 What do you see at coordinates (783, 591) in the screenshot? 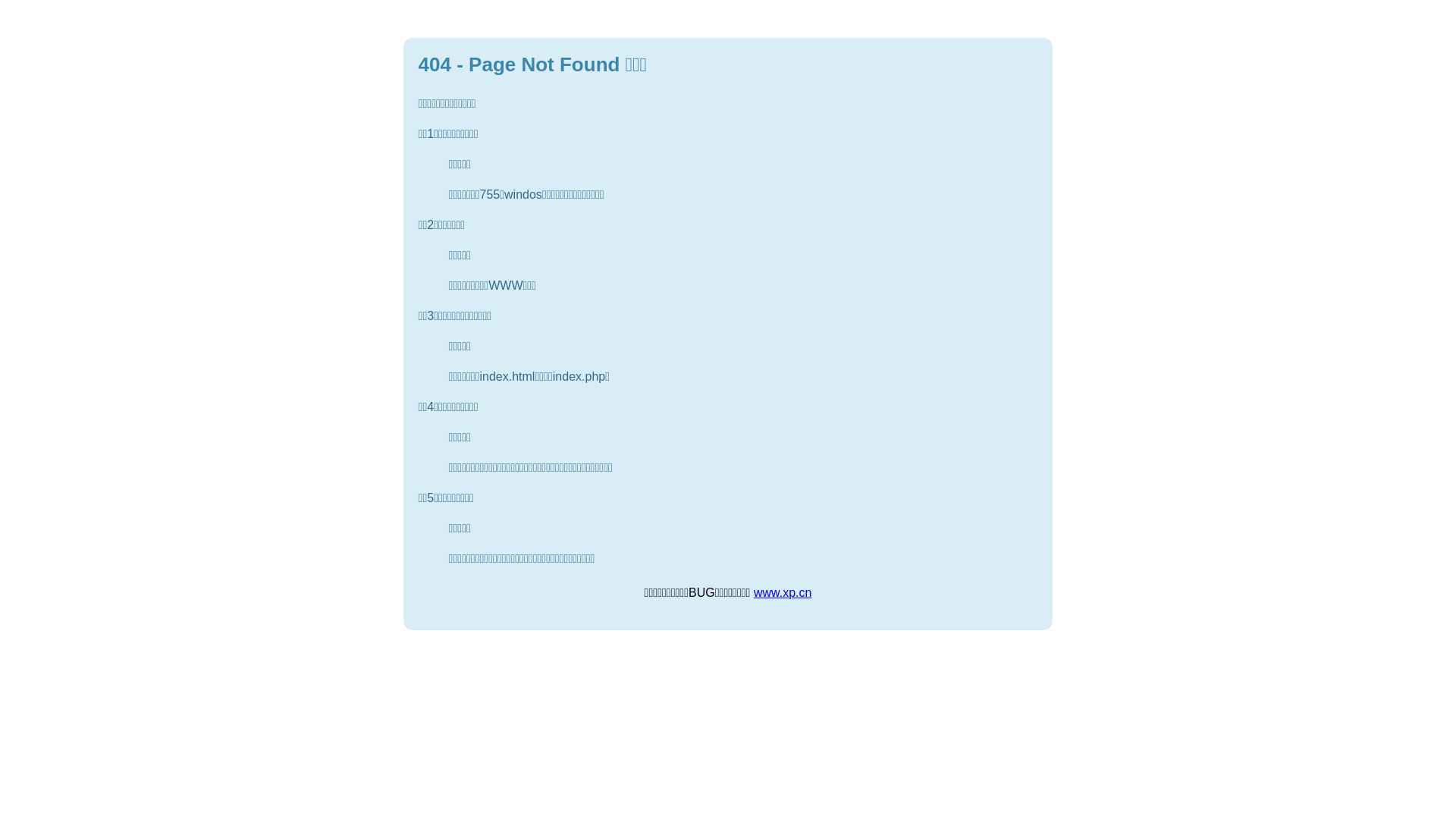
I see `'www.xp.cn'` at bounding box center [783, 591].